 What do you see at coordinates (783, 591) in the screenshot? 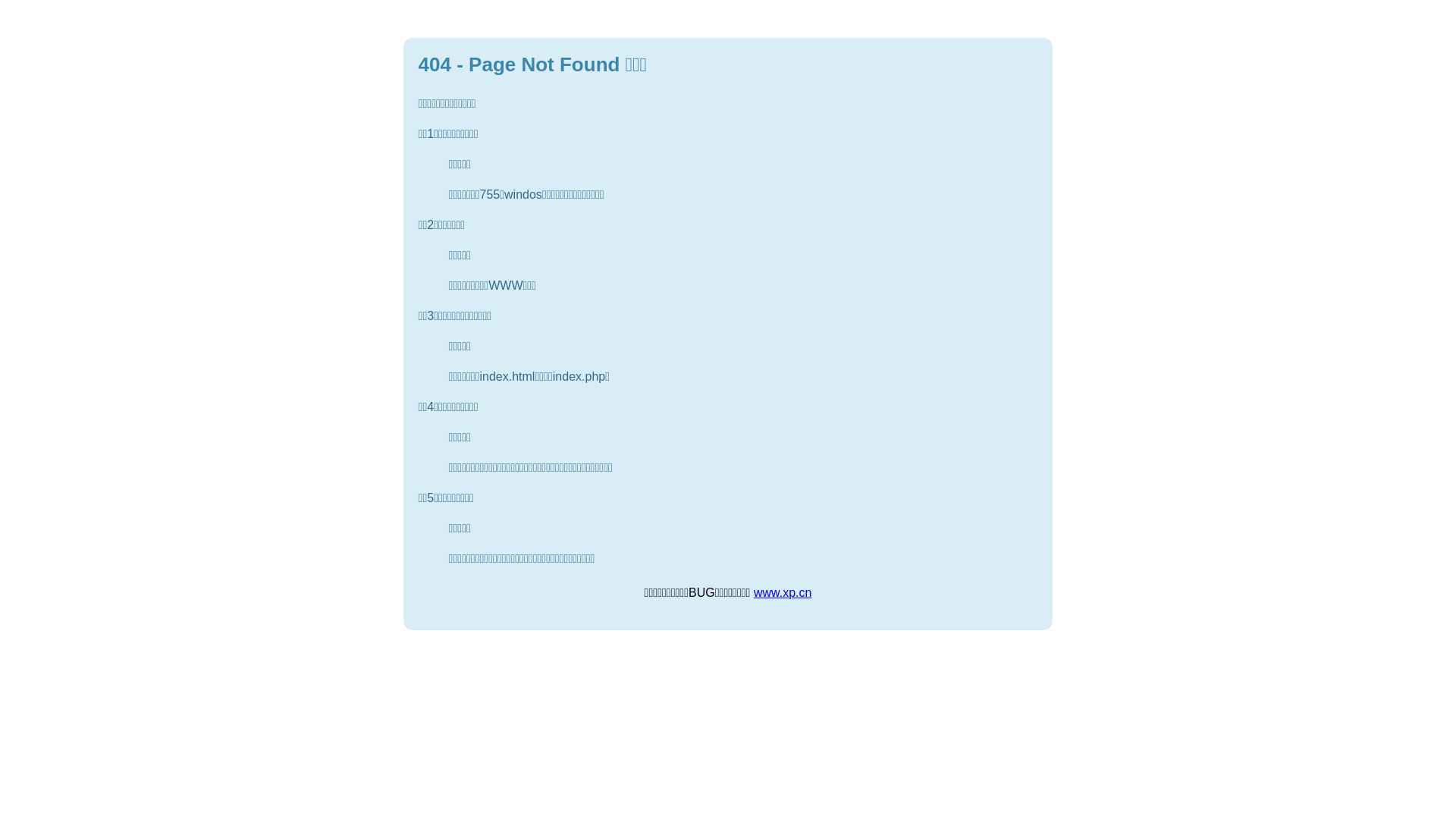
I see `'www.xp.cn'` at bounding box center [783, 591].